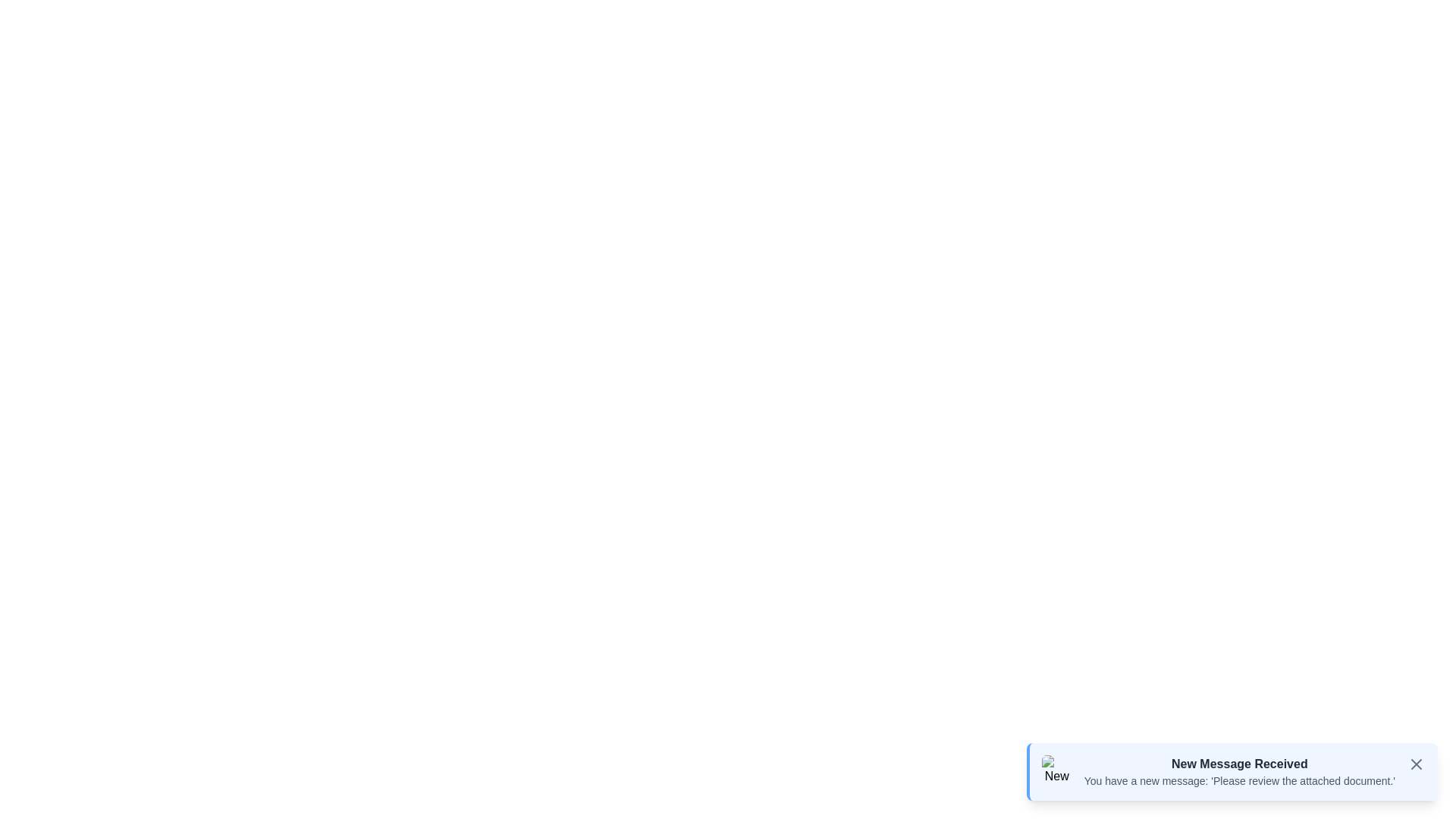 The image size is (1456, 819). I want to click on the text in the message area to enable copying or inspection, so click(1083, 773).